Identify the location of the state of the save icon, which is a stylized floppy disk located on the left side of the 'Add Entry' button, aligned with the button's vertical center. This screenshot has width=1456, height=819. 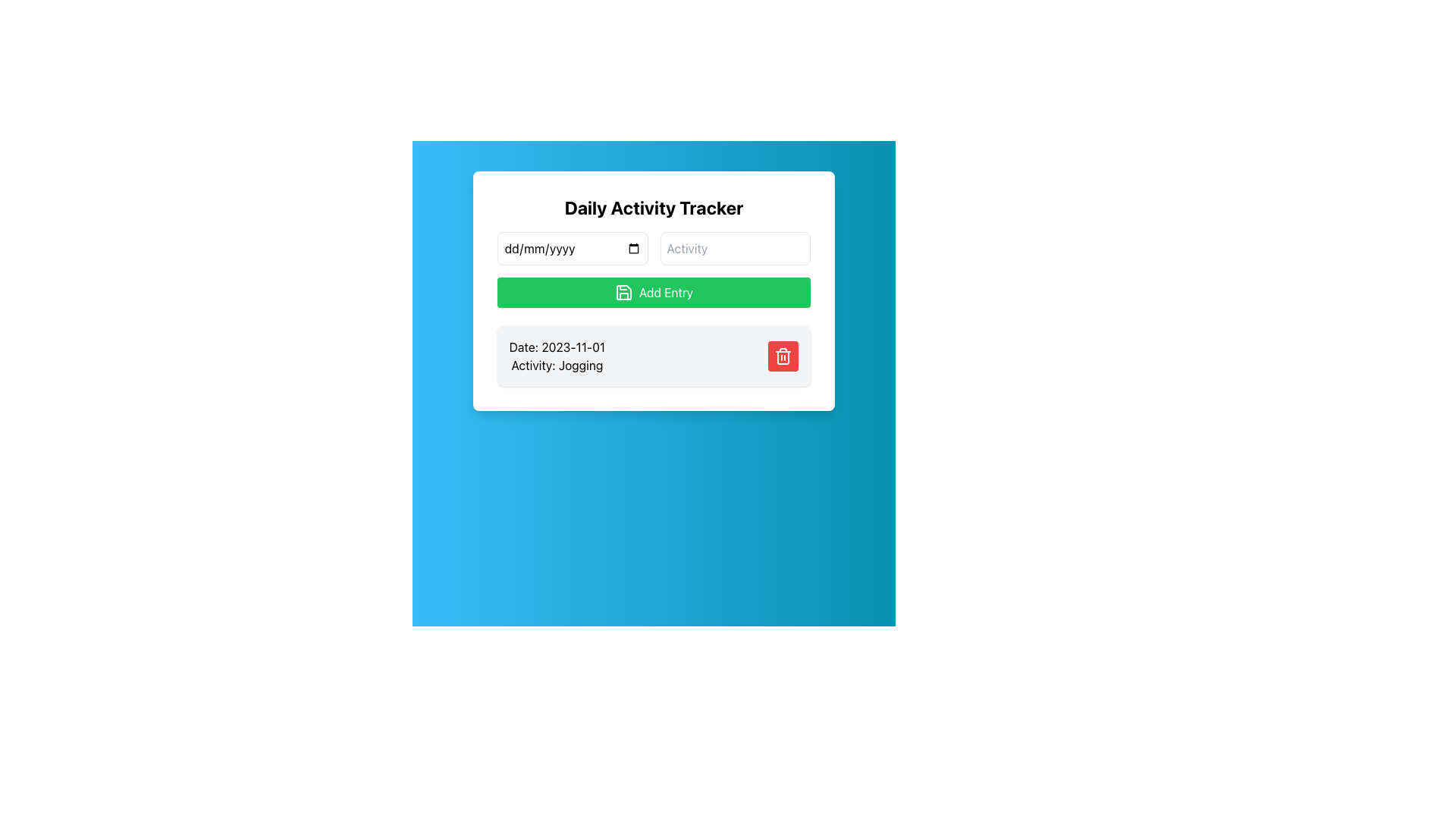
(623, 292).